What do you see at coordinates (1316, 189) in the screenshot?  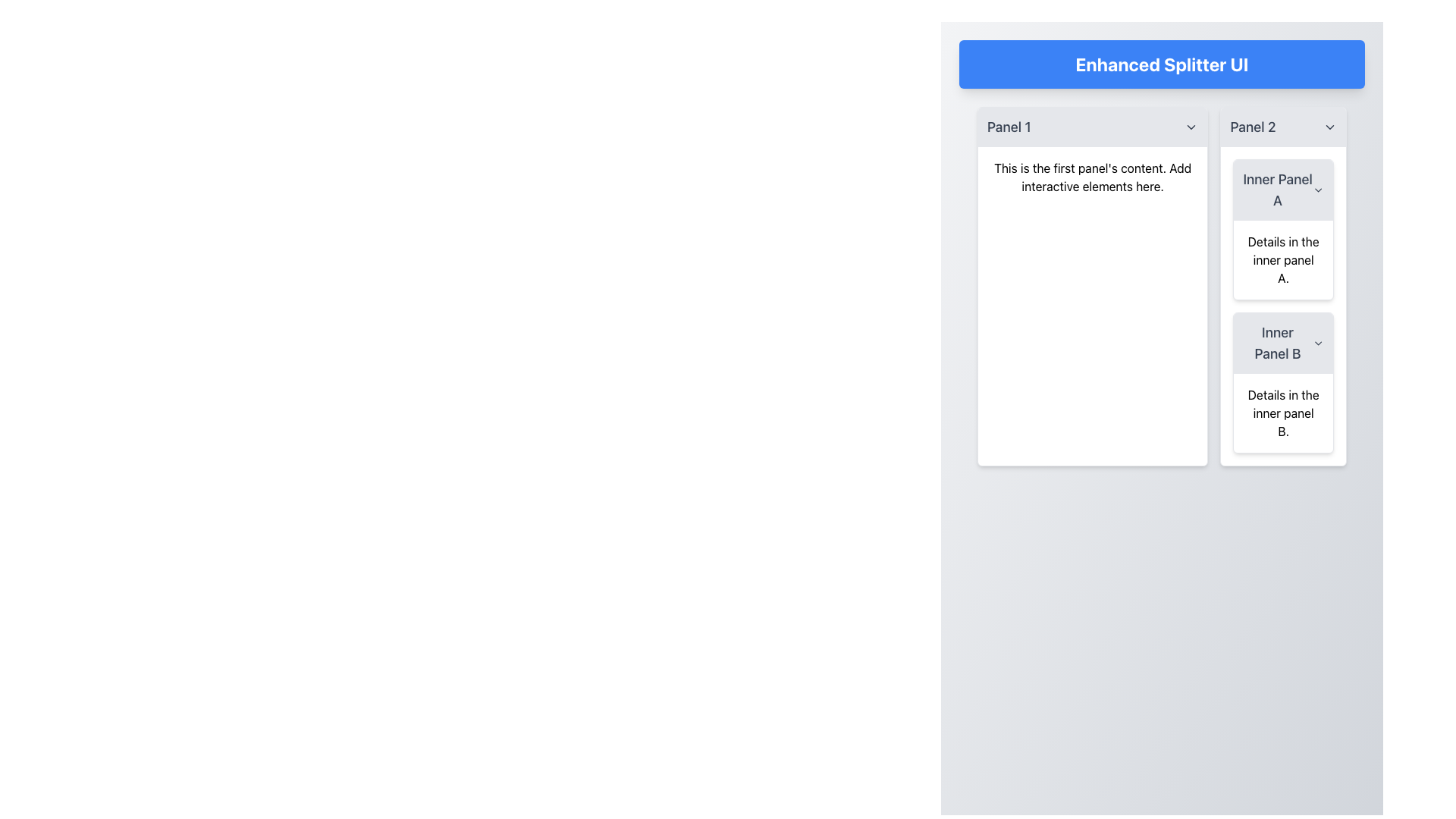 I see `the SVG Icon located in the right portion of 'Inner Panel A' in 'Panel 2'` at bounding box center [1316, 189].